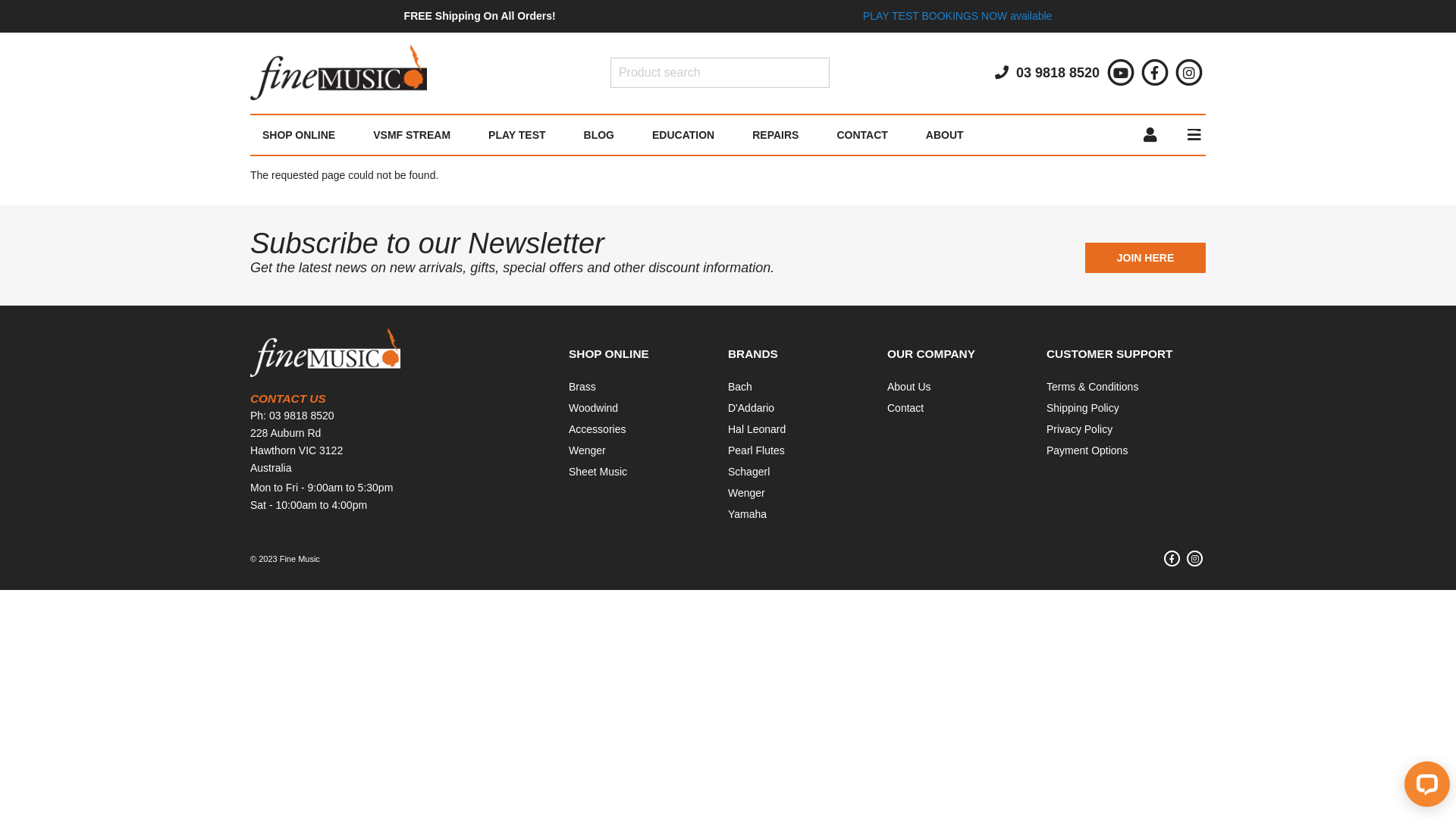 The width and height of the screenshot is (1456, 819). What do you see at coordinates (682, 133) in the screenshot?
I see `'EDUCATION'` at bounding box center [682, 133].